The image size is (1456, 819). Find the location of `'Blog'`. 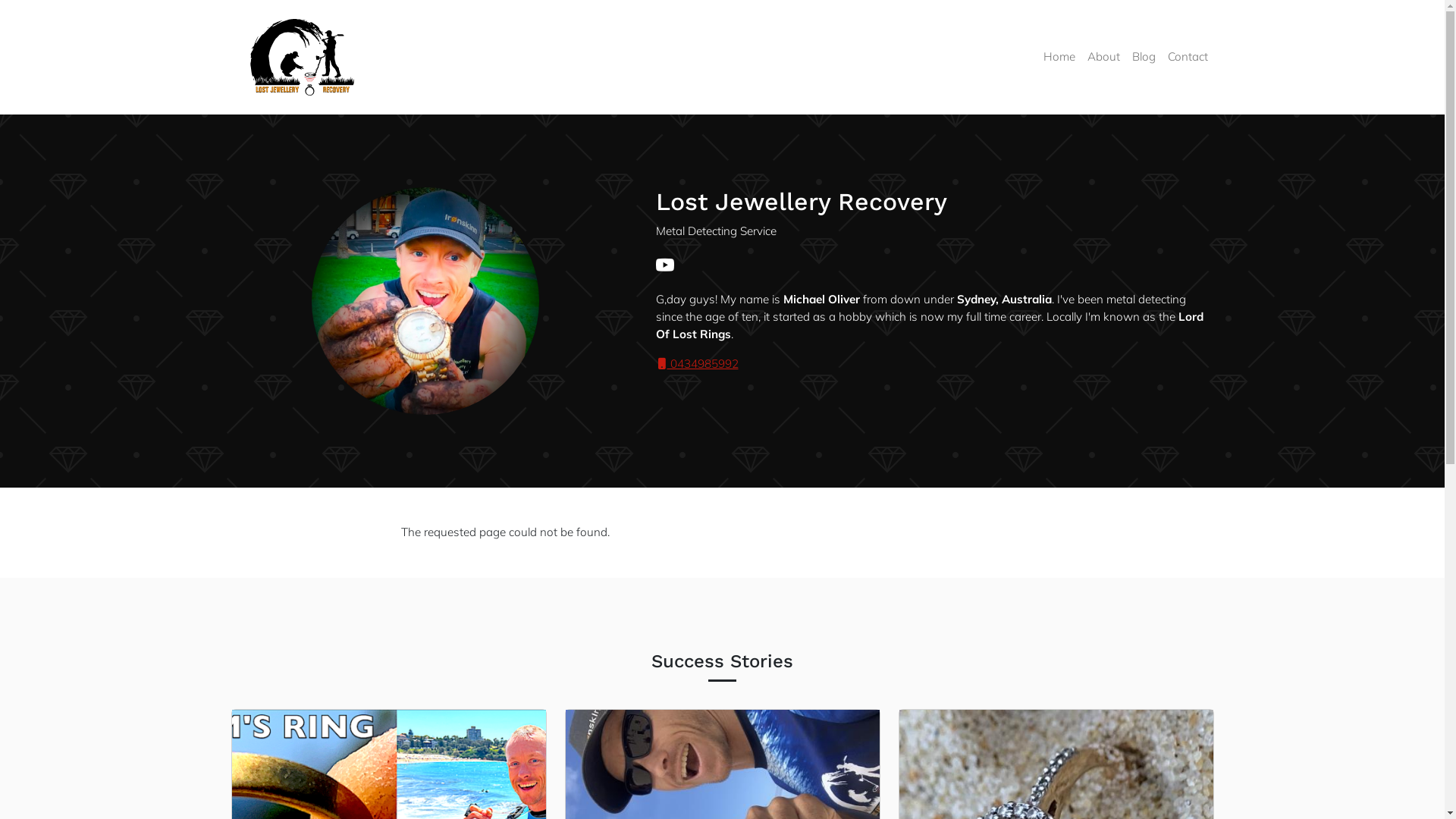

'Blog' is located at coordinates (1143, 56).